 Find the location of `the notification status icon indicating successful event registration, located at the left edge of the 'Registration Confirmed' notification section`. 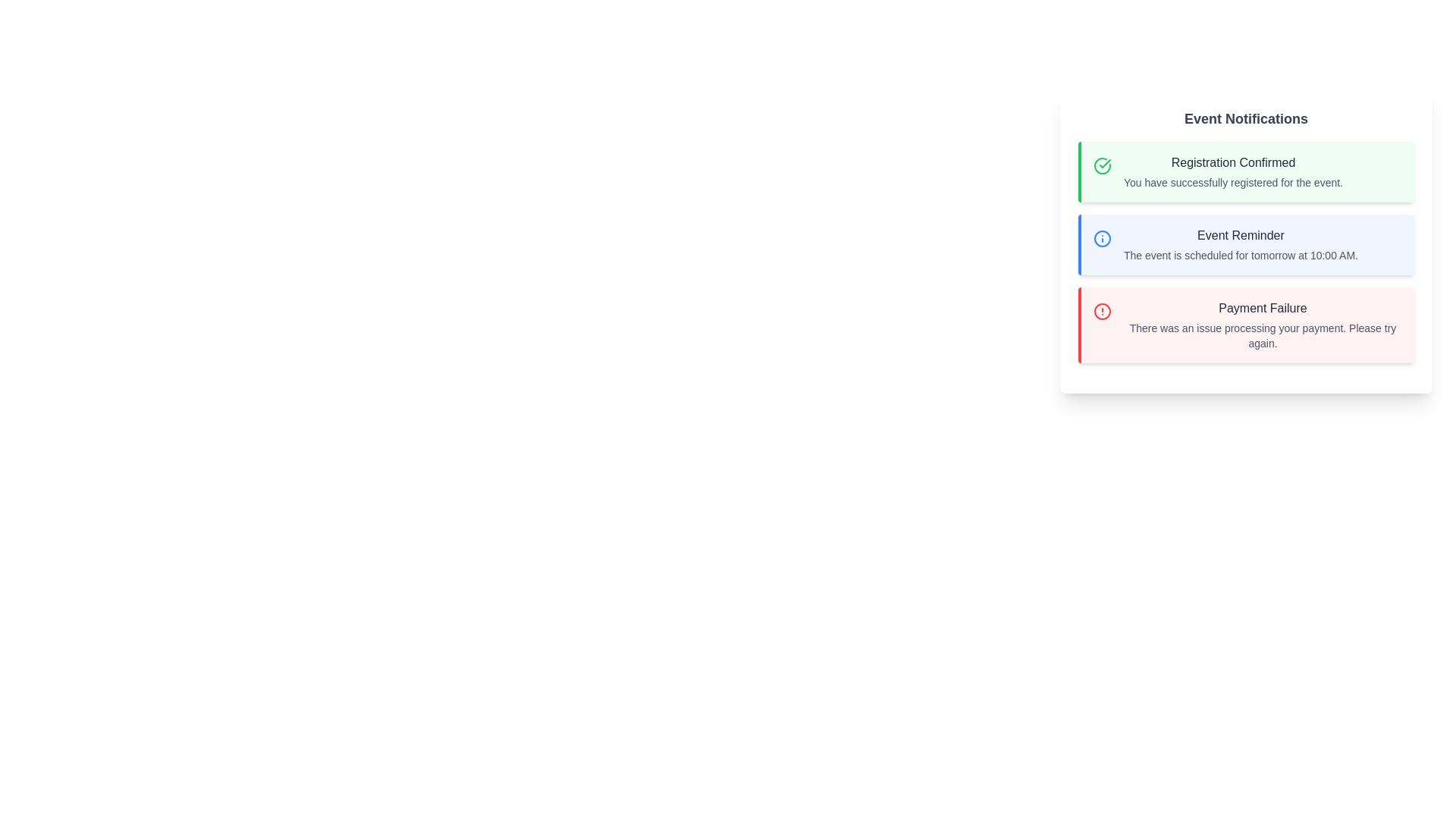

the notification status icon indicating successful event registration, located at the left edge of the 'Registration Confirmed' notification section is located at coordinates (1103, 166).